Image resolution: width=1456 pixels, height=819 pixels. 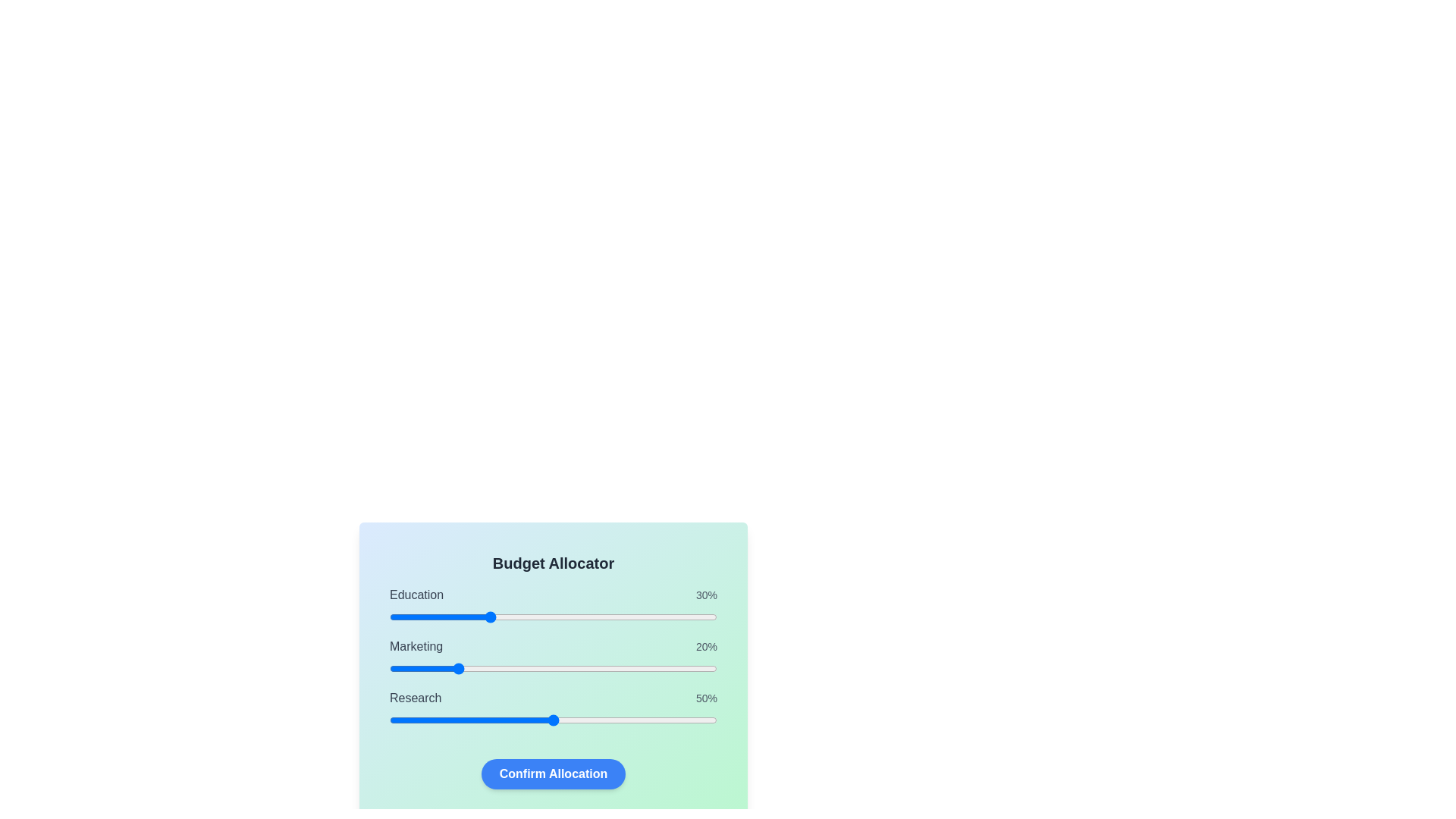 I want to click on the Research allocation slider to 31%, so click(x=491, y=719).